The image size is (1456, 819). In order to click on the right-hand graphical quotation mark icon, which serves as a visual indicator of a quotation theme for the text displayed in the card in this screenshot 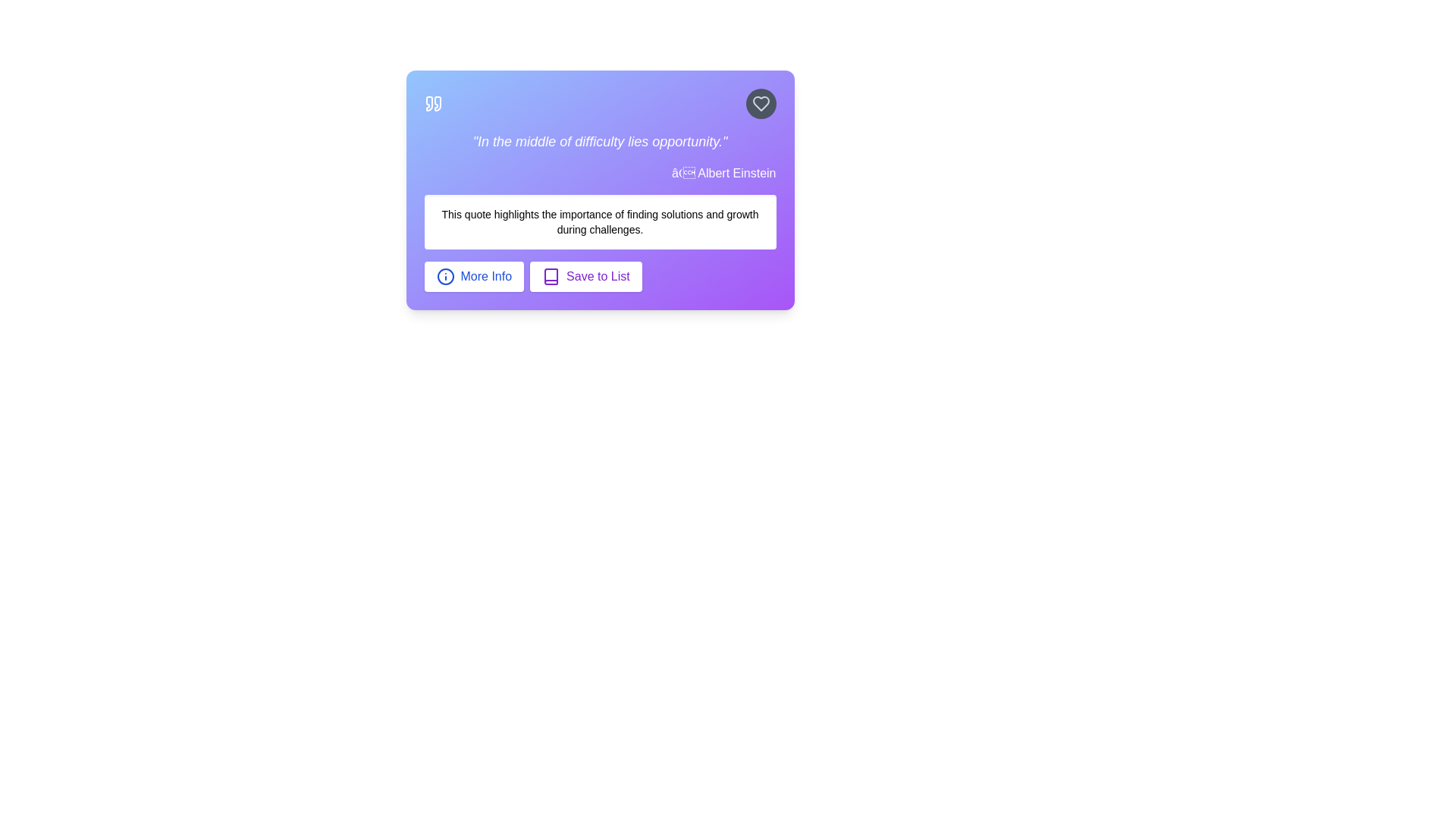, I will do `click(436, 103)`.